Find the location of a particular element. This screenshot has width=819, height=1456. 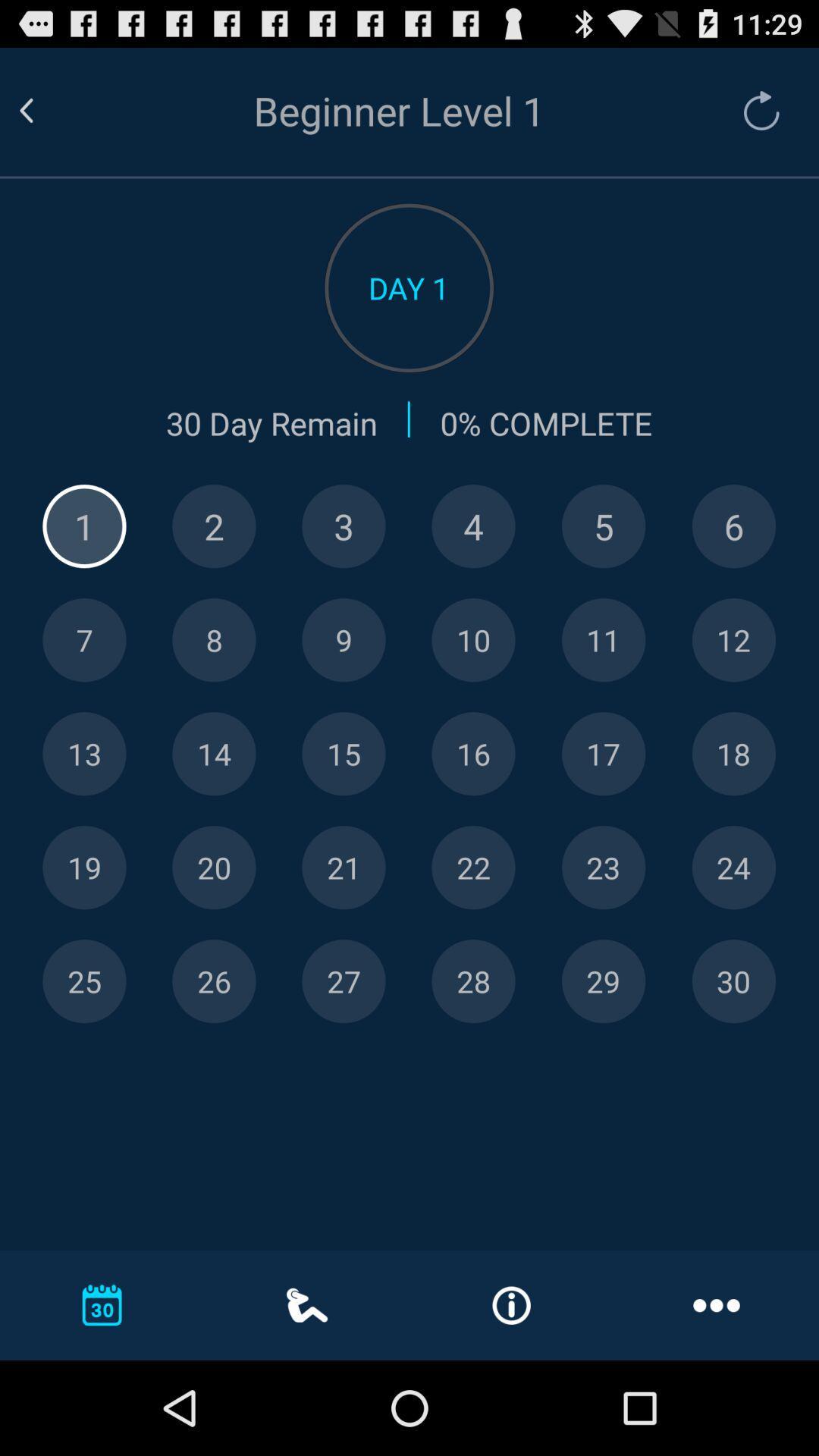

display day 11 is located at coordinates (603, 640).